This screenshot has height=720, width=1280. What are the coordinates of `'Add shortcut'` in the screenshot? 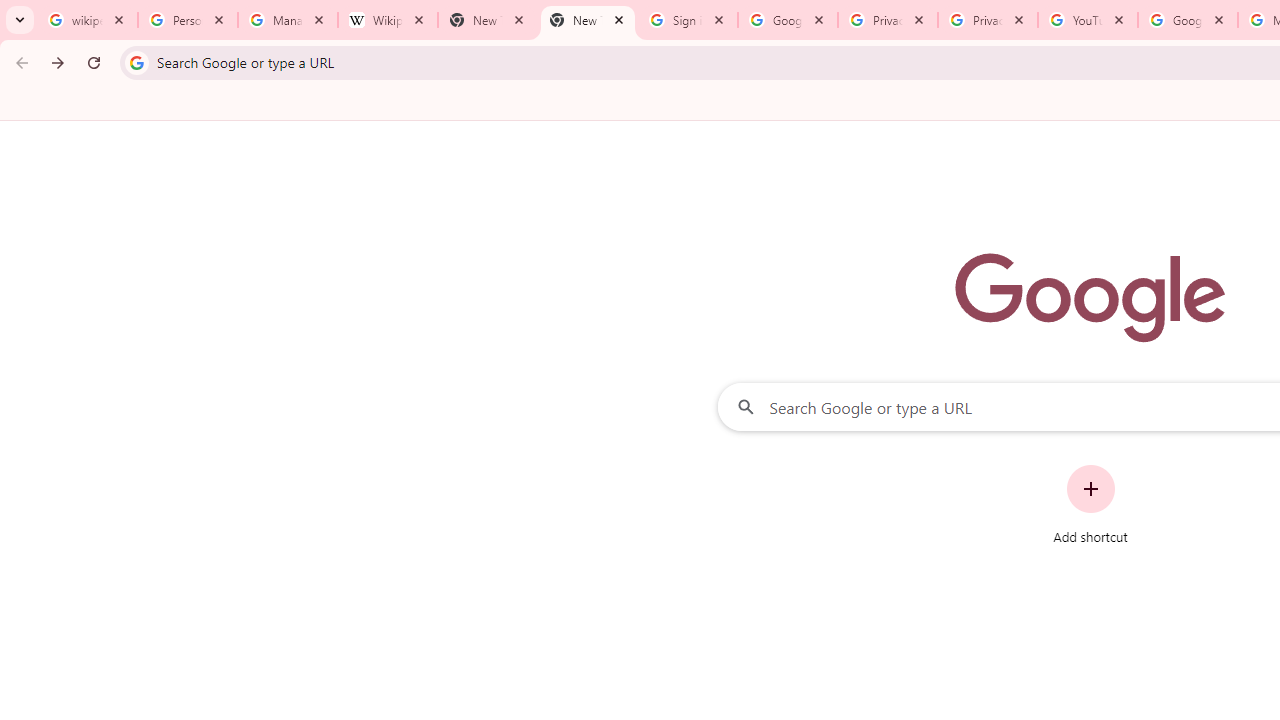 It's located at (1089, 504).